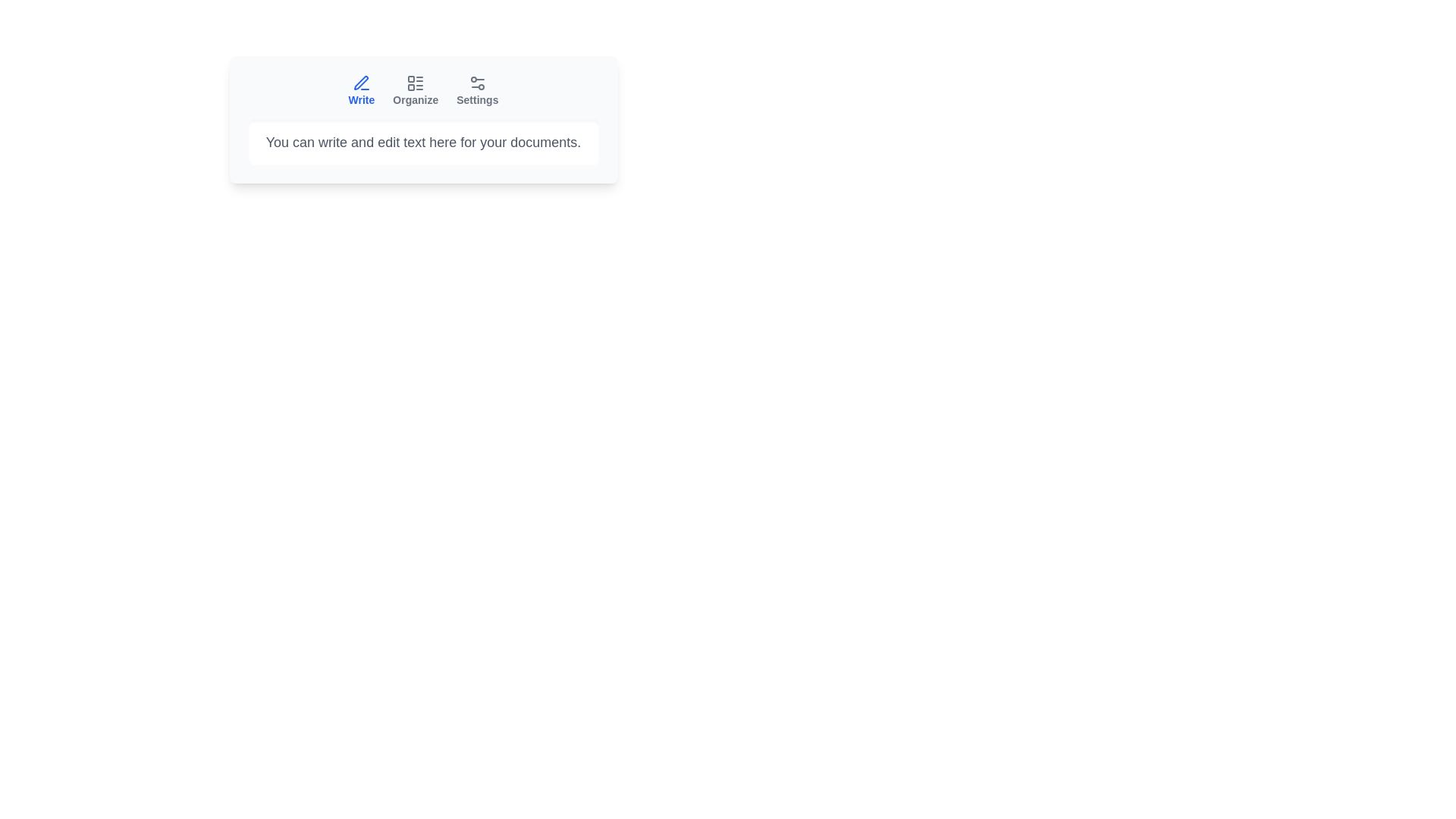 The height and width of the screenshot is (819, 1456). What do you see at coordinates (476, 90) in the screenshot?
I see `the tab button labeled Settings` at bounding box center [476, 90].